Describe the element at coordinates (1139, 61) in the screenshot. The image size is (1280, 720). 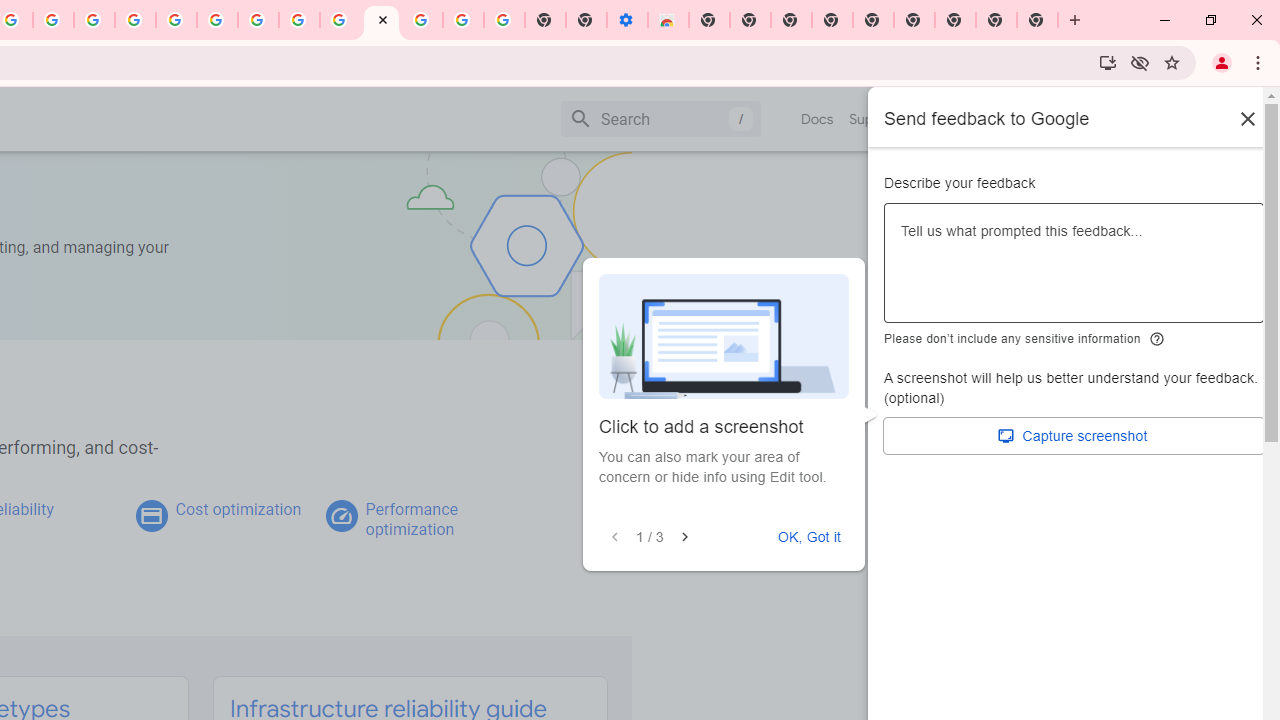
I see `'Third-party cookies blocked'` at that location.